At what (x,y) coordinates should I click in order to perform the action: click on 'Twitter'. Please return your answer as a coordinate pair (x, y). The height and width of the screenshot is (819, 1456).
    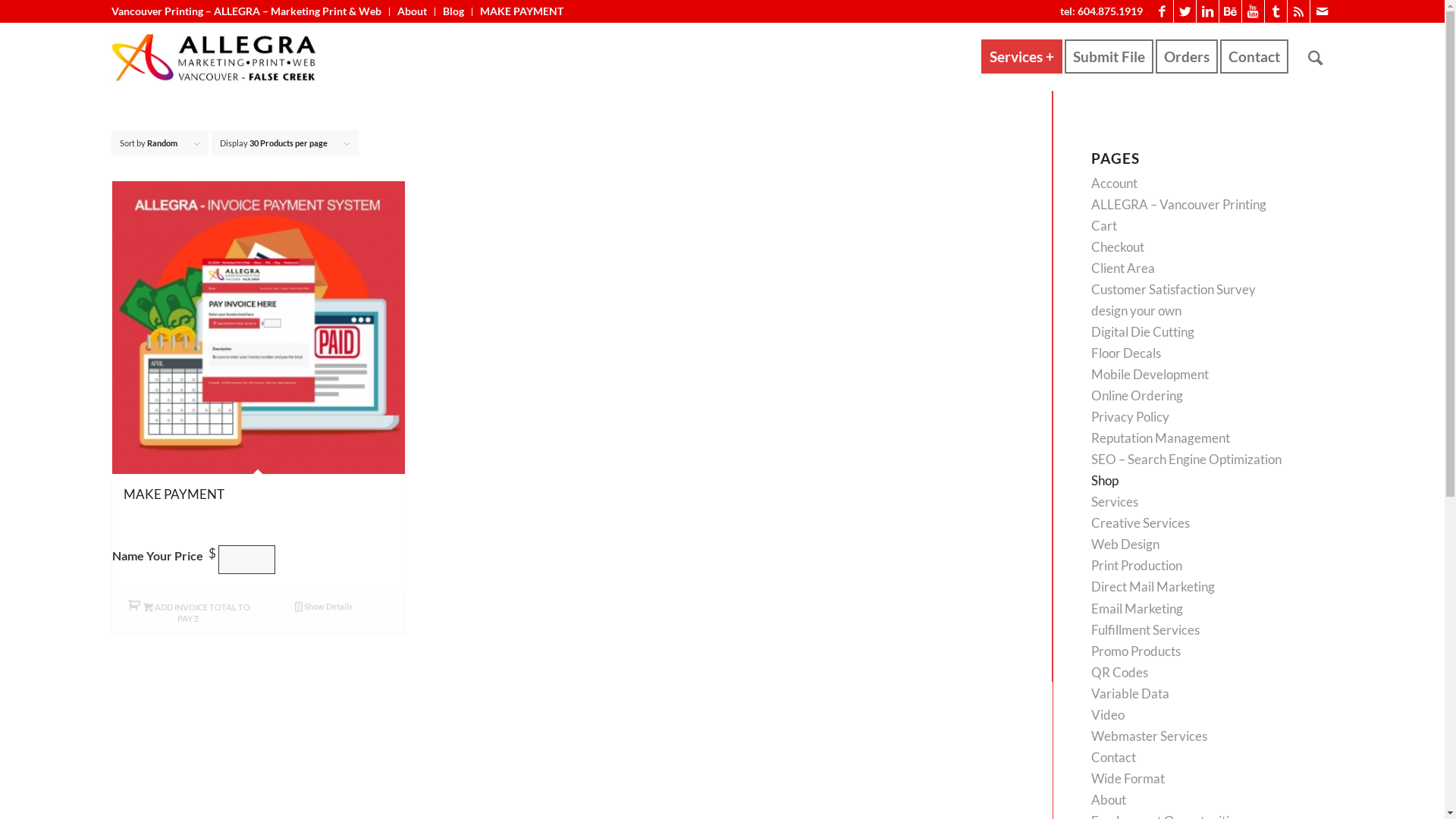
    Looking at the image, I should click on (1184, 11).